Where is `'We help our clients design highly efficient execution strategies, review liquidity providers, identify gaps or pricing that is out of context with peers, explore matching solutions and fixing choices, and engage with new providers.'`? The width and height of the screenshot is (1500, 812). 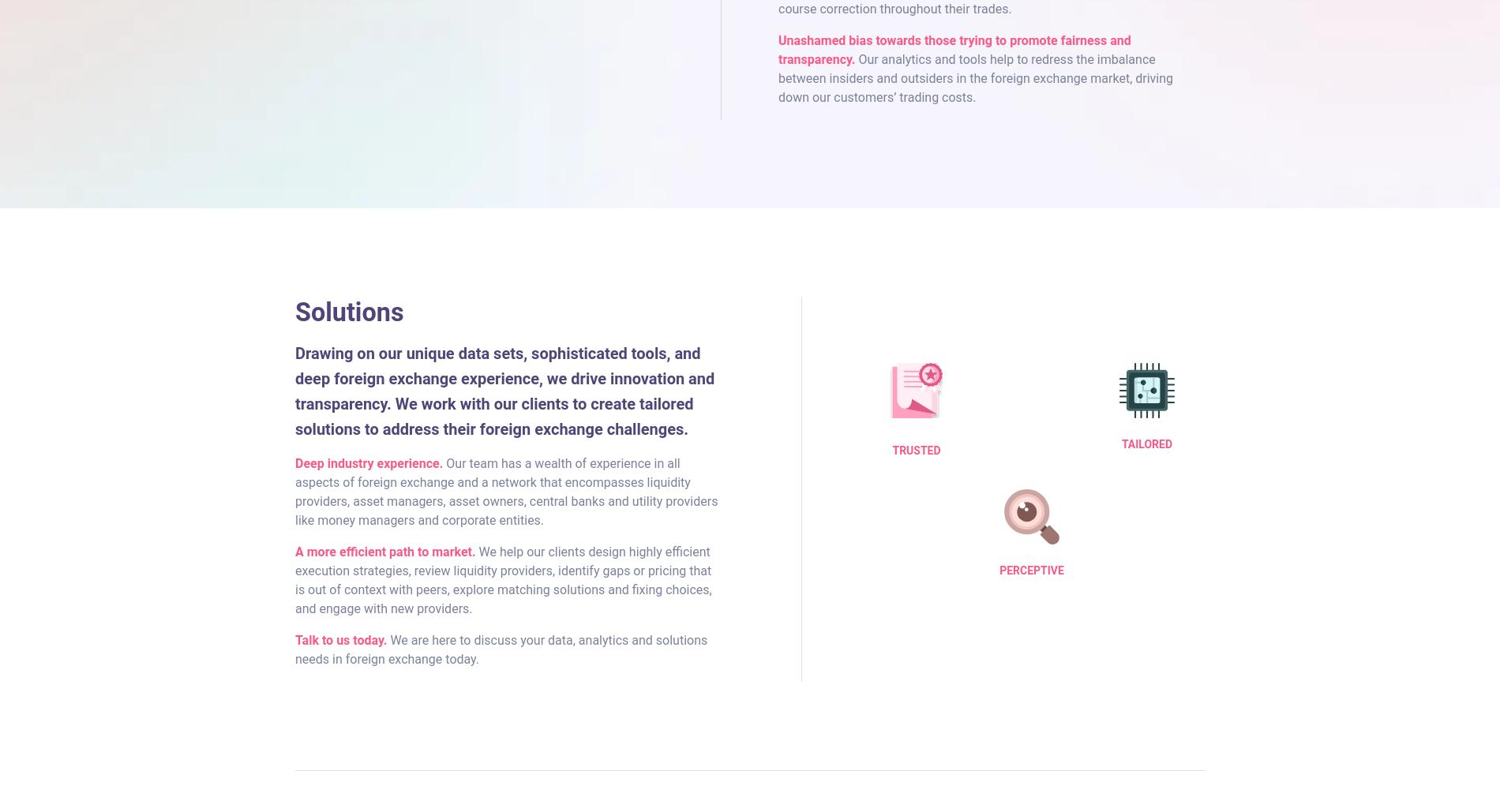 'We help our clients design highly efficient execution strategies, review liquidity providers, identify gaps or pricing that is out of context with peers, explore matching solutions and fixing choices, and engage with new providers.' is located at coordinates (503, 578).